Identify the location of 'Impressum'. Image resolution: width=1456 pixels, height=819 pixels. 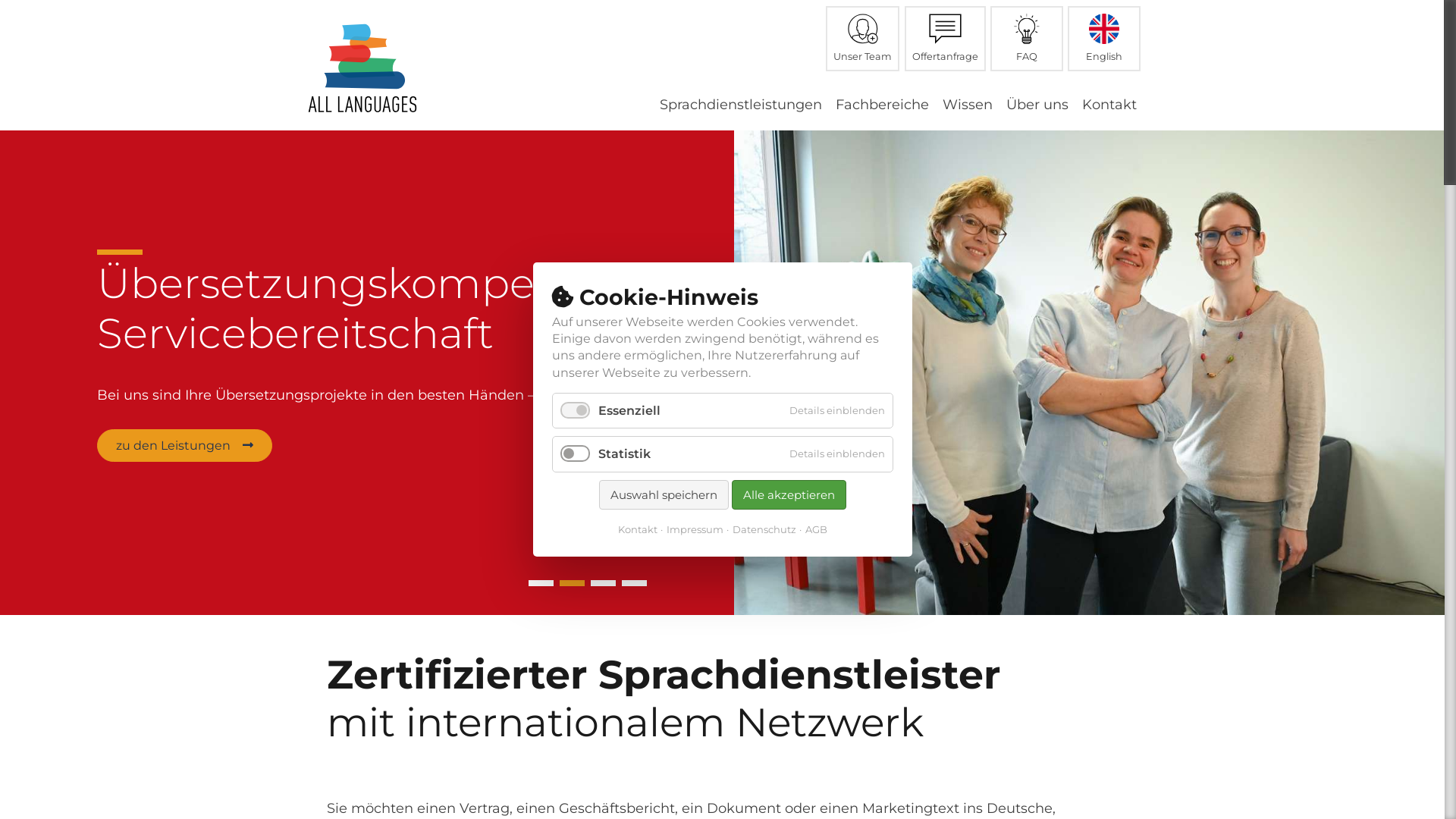
(690, 529).